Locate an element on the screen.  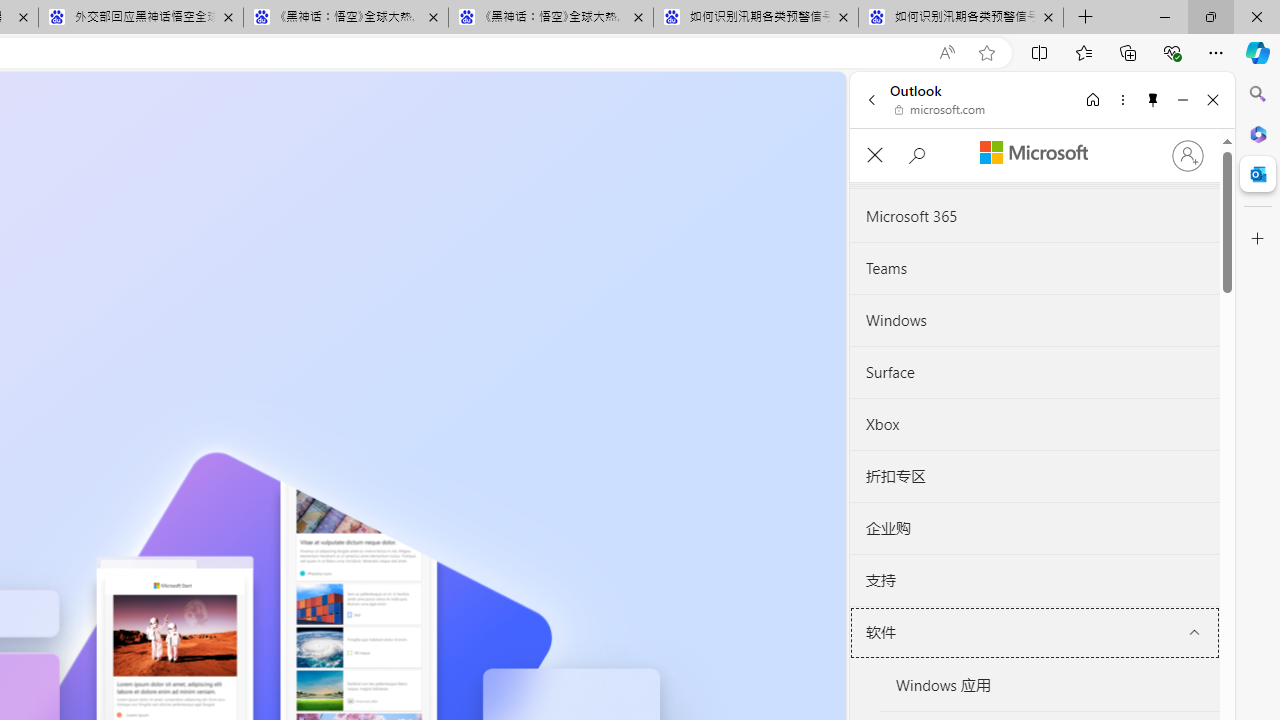
'microsoft.com' is located at coordinates (939, 110).